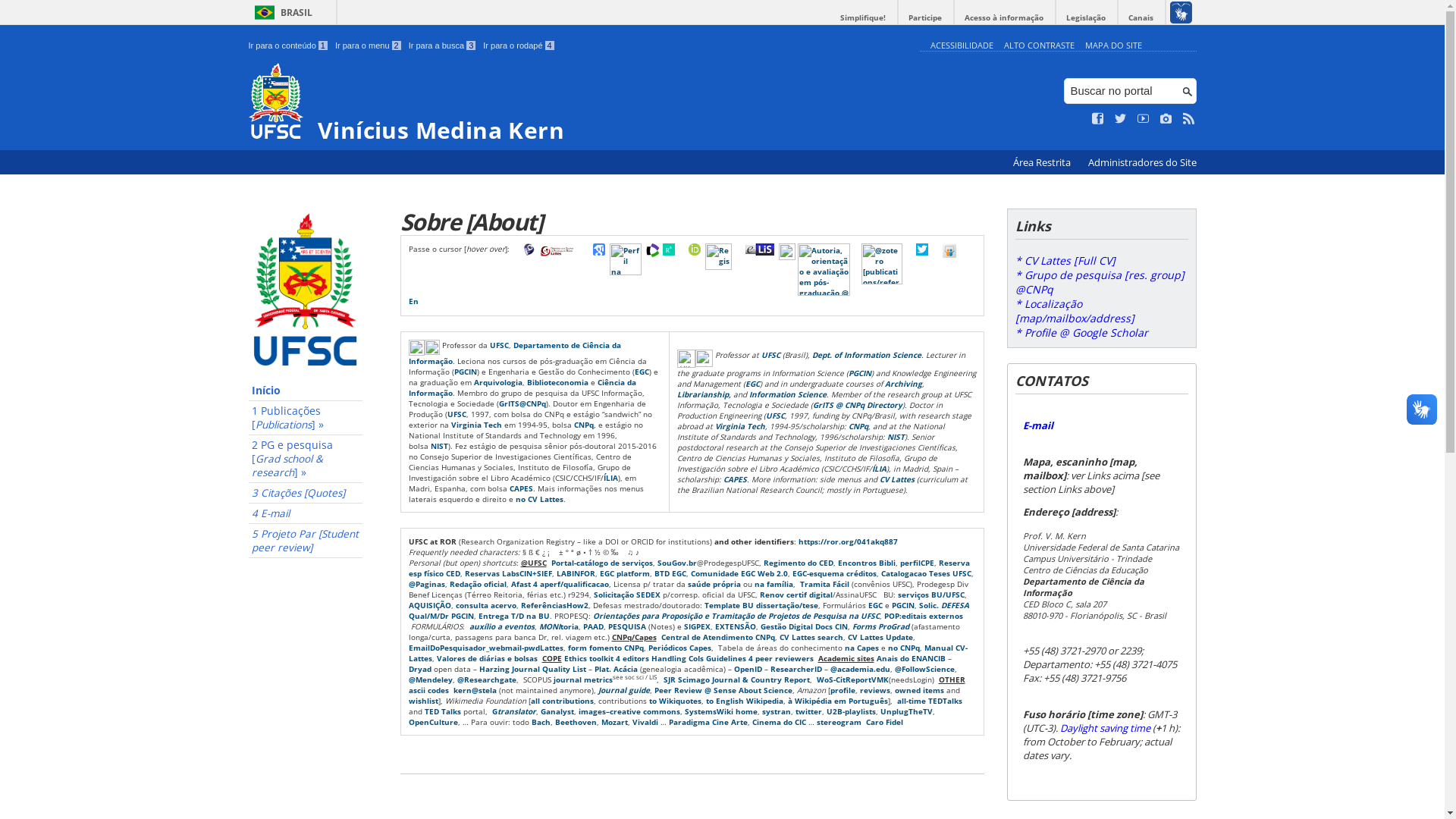 The height and width of the screenshot is (819, 1456). Describe the element at coordinates (431, 721) in the screenshot. I see `'OpenCulture'` at that location.